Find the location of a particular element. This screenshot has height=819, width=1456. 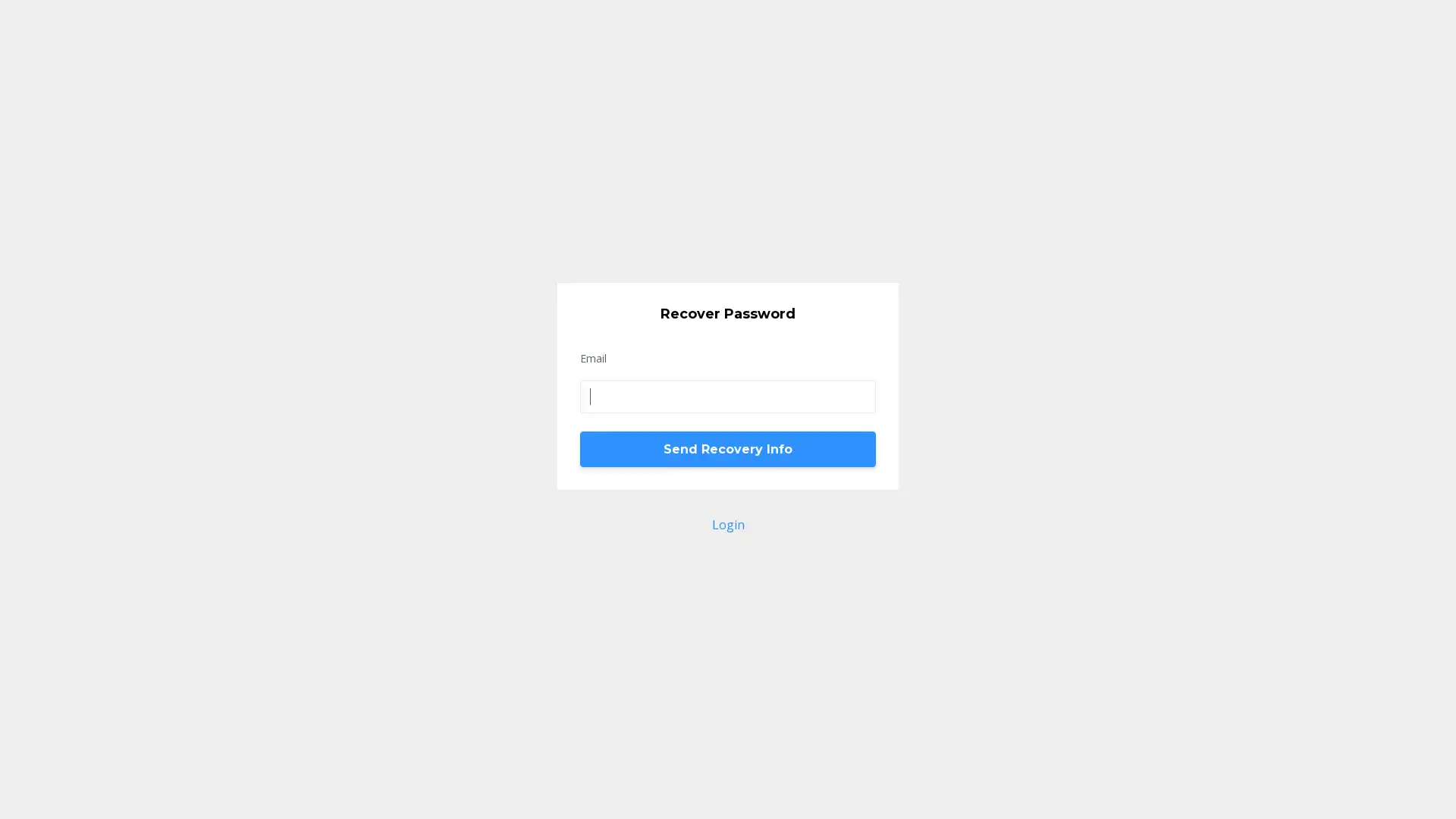

Send Recovery Info is located at coordinates (728, 447).